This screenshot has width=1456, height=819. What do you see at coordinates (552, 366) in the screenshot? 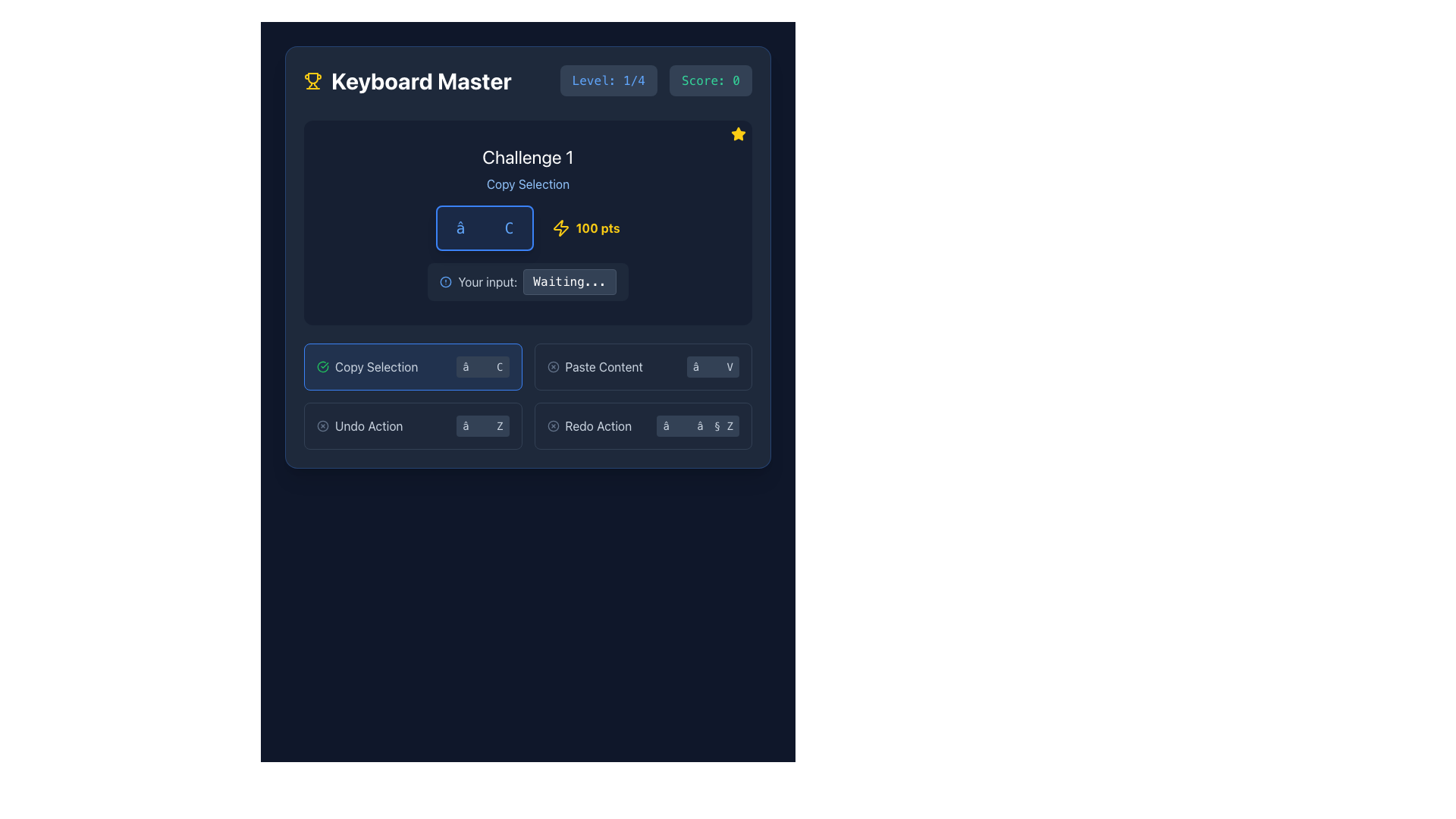
I see `the circular graphic element with a radius of 10px, styled with slate gray color, located in the top-right corner of the interface inside an SVG` at bounding box center [552, 366].